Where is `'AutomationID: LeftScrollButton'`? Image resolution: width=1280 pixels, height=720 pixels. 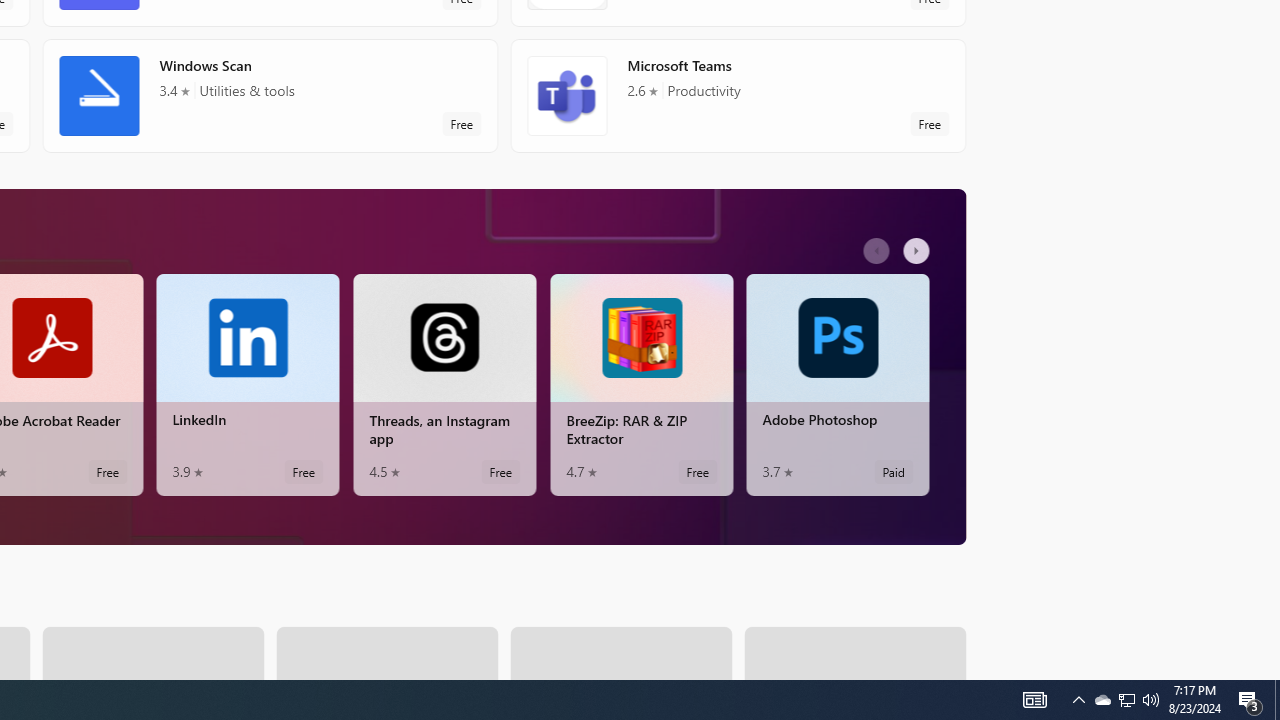
'AutomationID: LeftScrollButton' is located at coordinates (878, 249).